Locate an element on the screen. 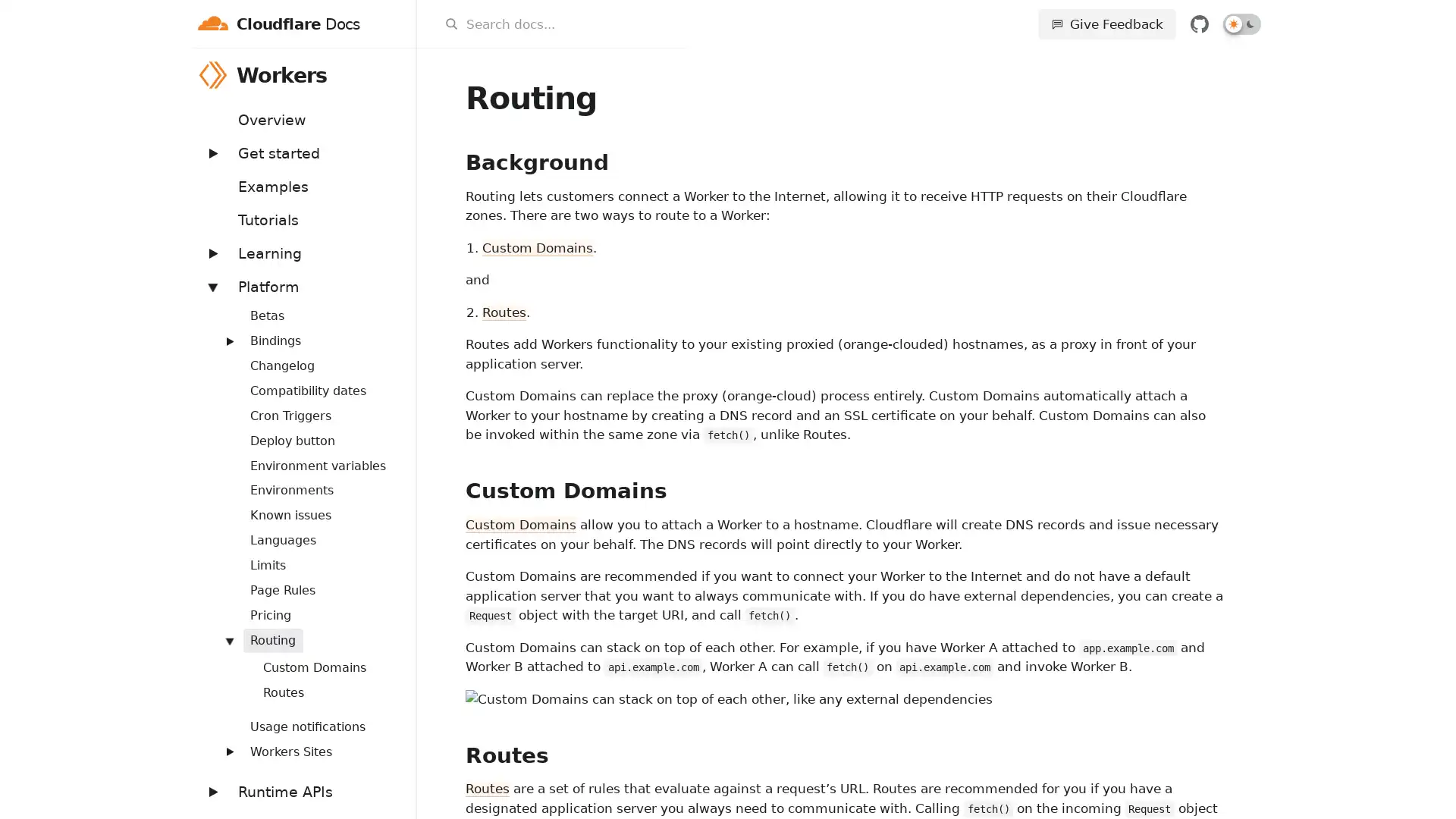 Image resolution: width=1456 pixels, height=819 pixels. Expand: Platform is located at coordinates (211, 286).